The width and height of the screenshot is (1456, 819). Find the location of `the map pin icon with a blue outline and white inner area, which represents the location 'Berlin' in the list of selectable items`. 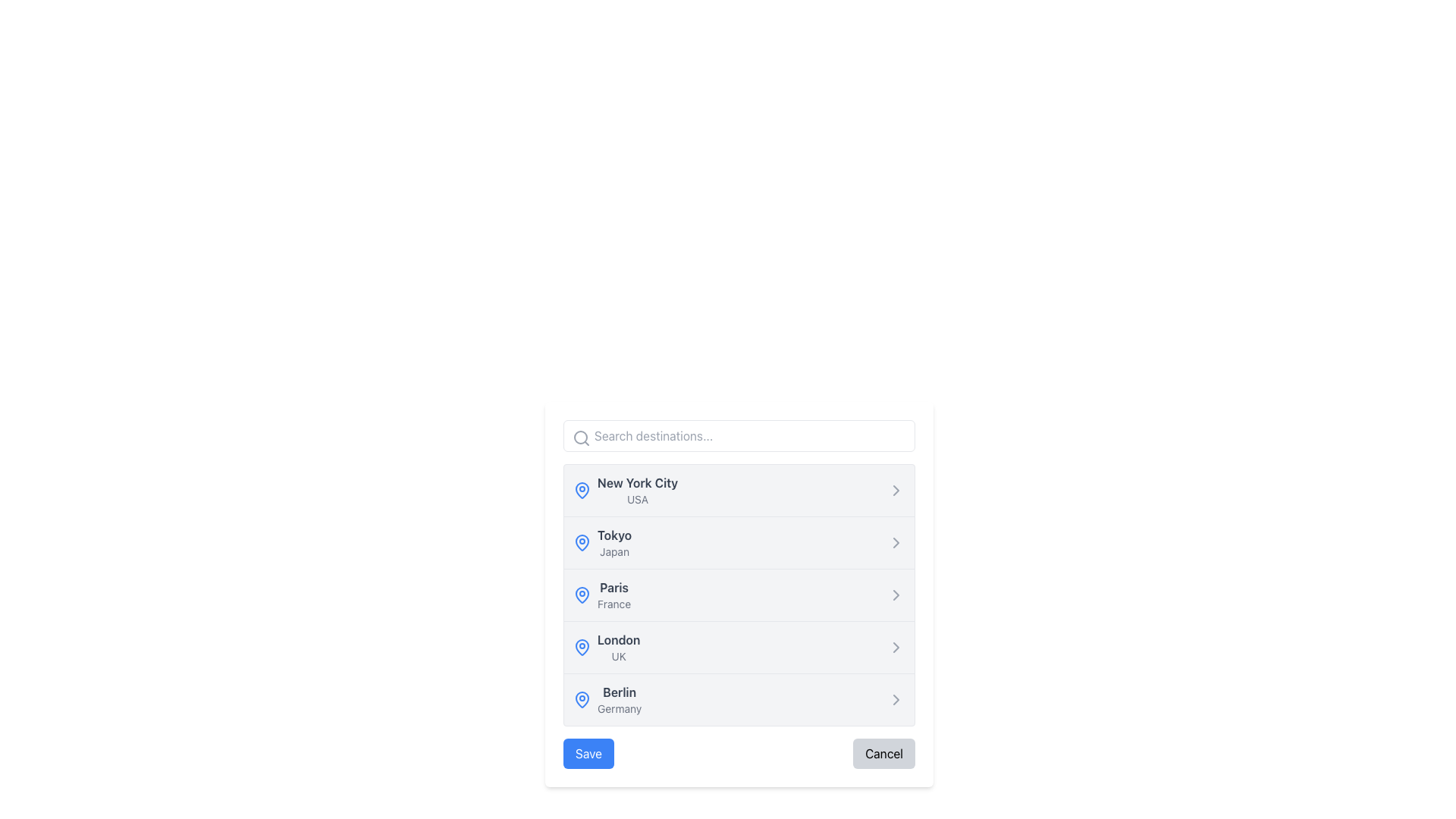

the map pin icon with a blue outline and white inner area, which represents the location 'Berlin' in the list of selectable items is located at coordinates (582, 699).